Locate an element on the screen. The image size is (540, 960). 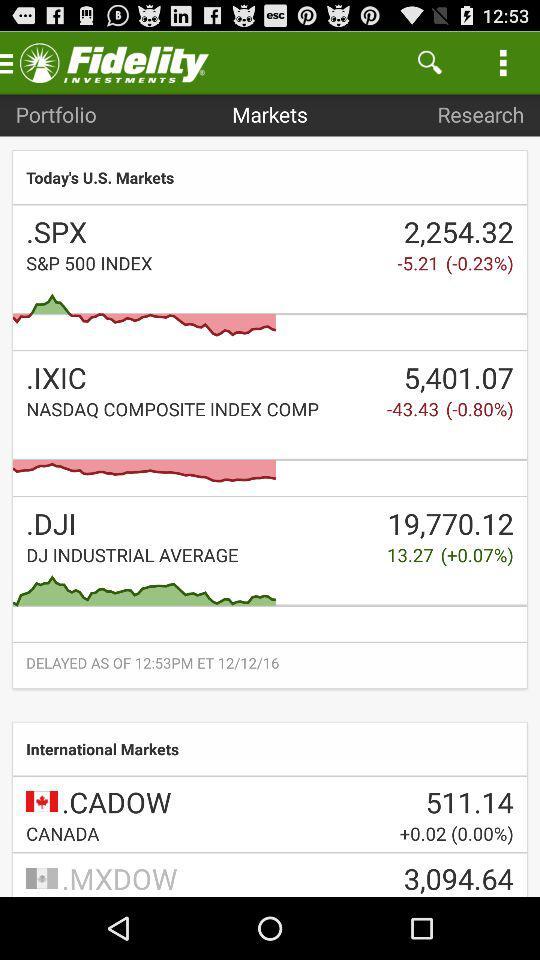
the portfolio icon is located at coordinates (56, 114).